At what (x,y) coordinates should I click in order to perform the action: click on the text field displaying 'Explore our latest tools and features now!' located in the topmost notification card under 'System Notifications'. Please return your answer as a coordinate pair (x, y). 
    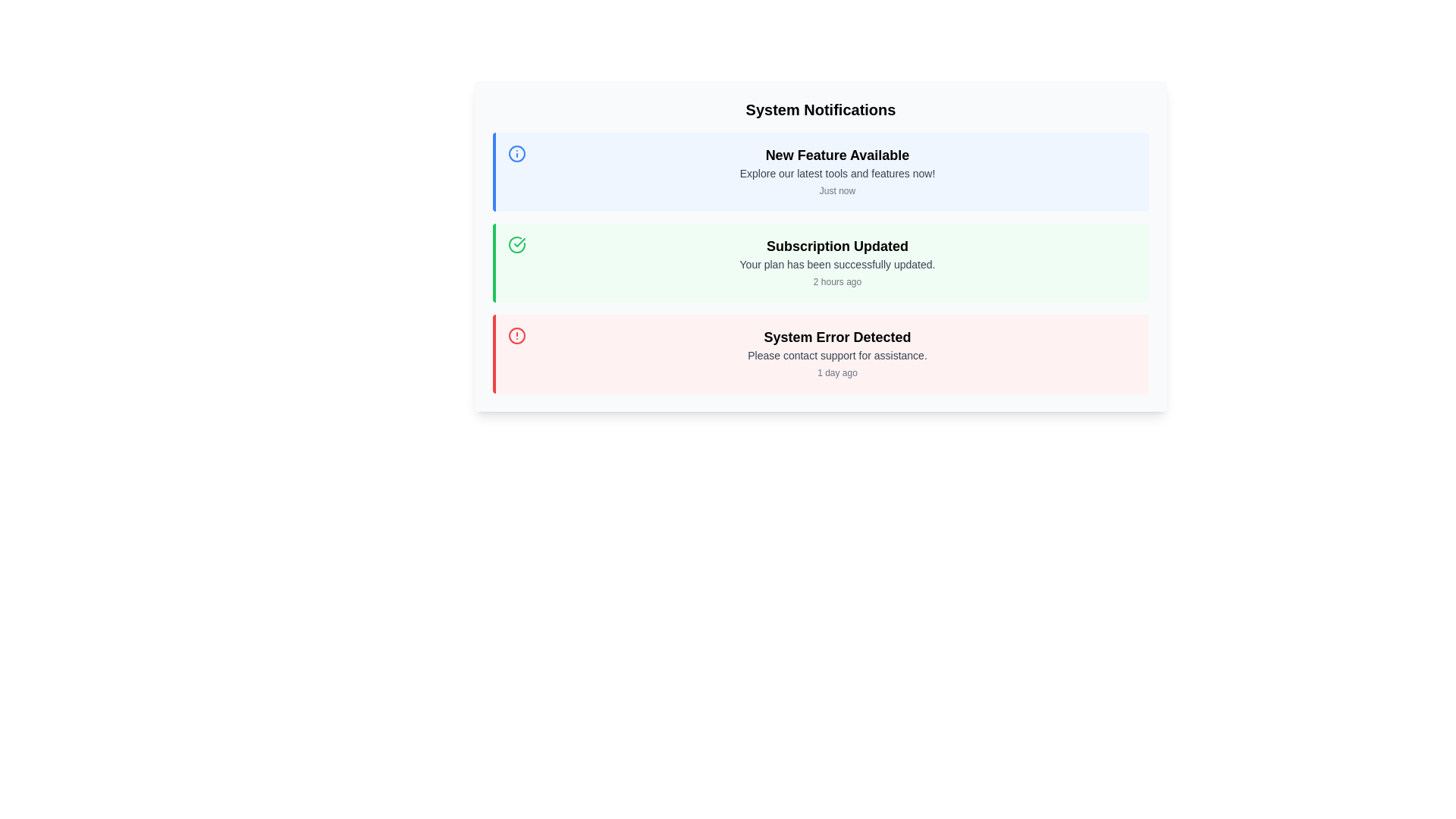
    Looking at the image, I should click on (836, 172).